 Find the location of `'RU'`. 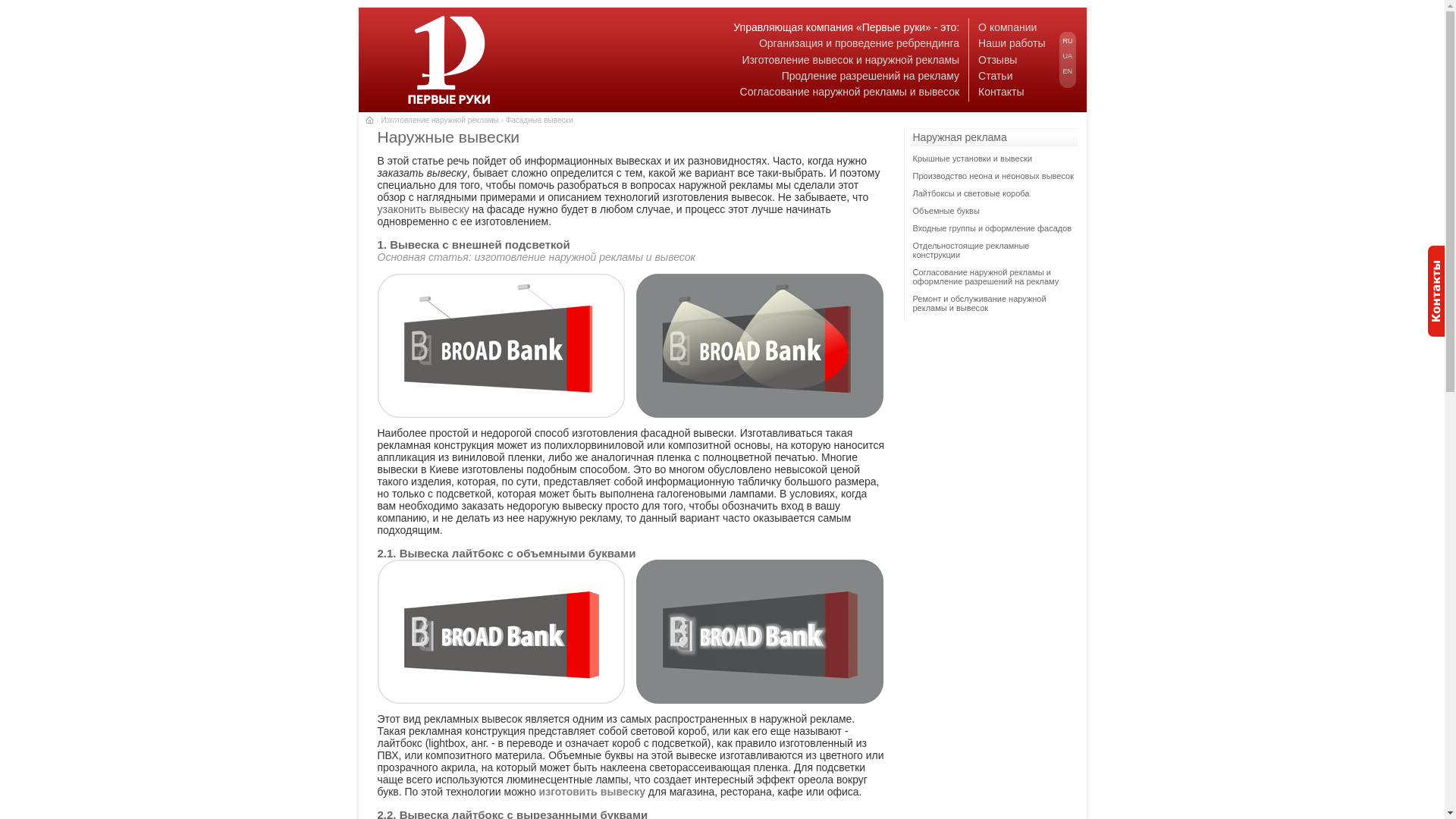

'RU' is located at coordinates (1067, 40).